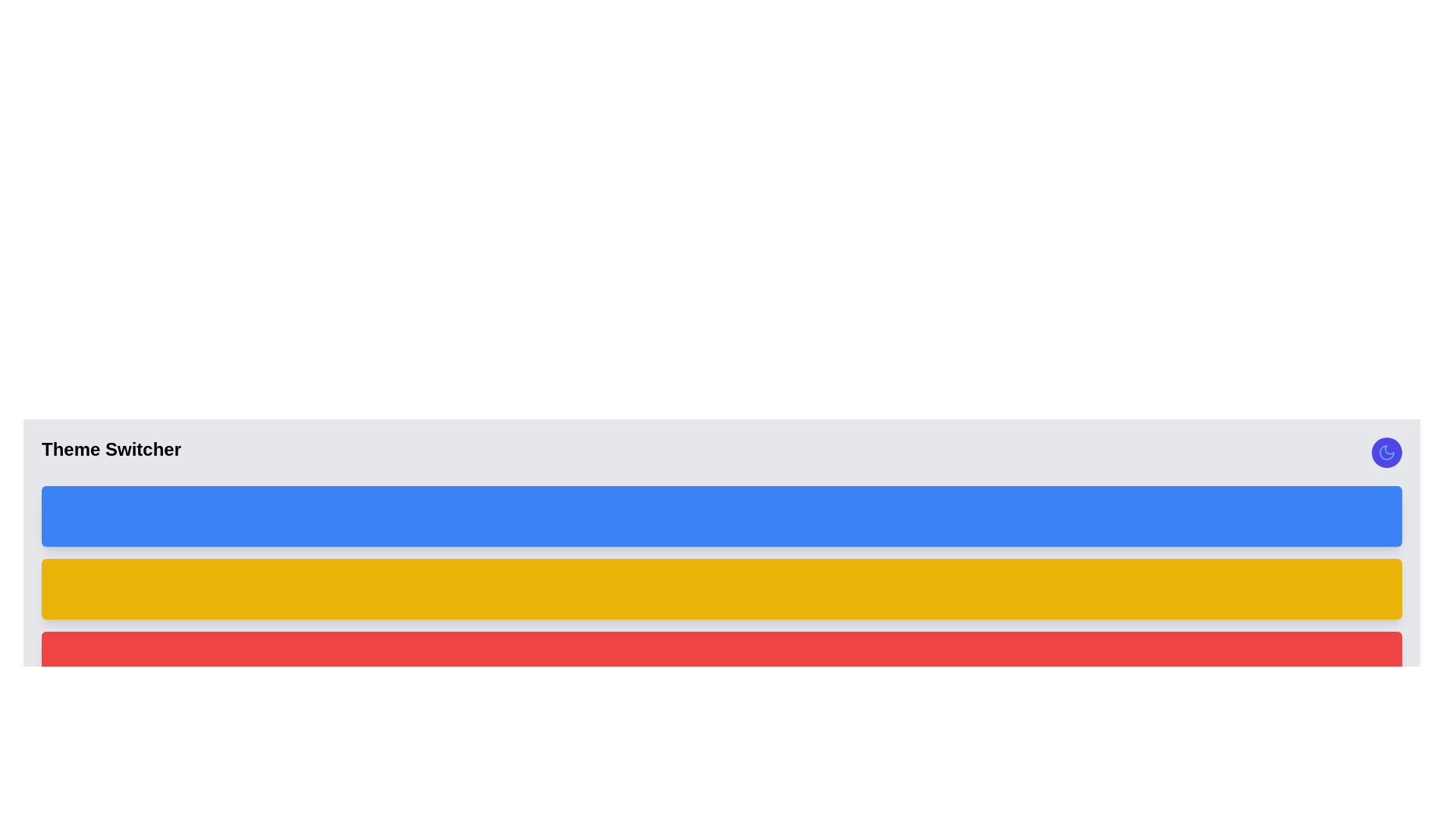 The height and width of the screenshot is (819, 1456). What do you see at coordinates (720, 588) in the screenshot?
I see `the second horizontal rectangular bar with a yellow background, rounded corners, and a shadow effect, which is positioned between a blue bar above and a red bar below` at bounding box center [720, 588].